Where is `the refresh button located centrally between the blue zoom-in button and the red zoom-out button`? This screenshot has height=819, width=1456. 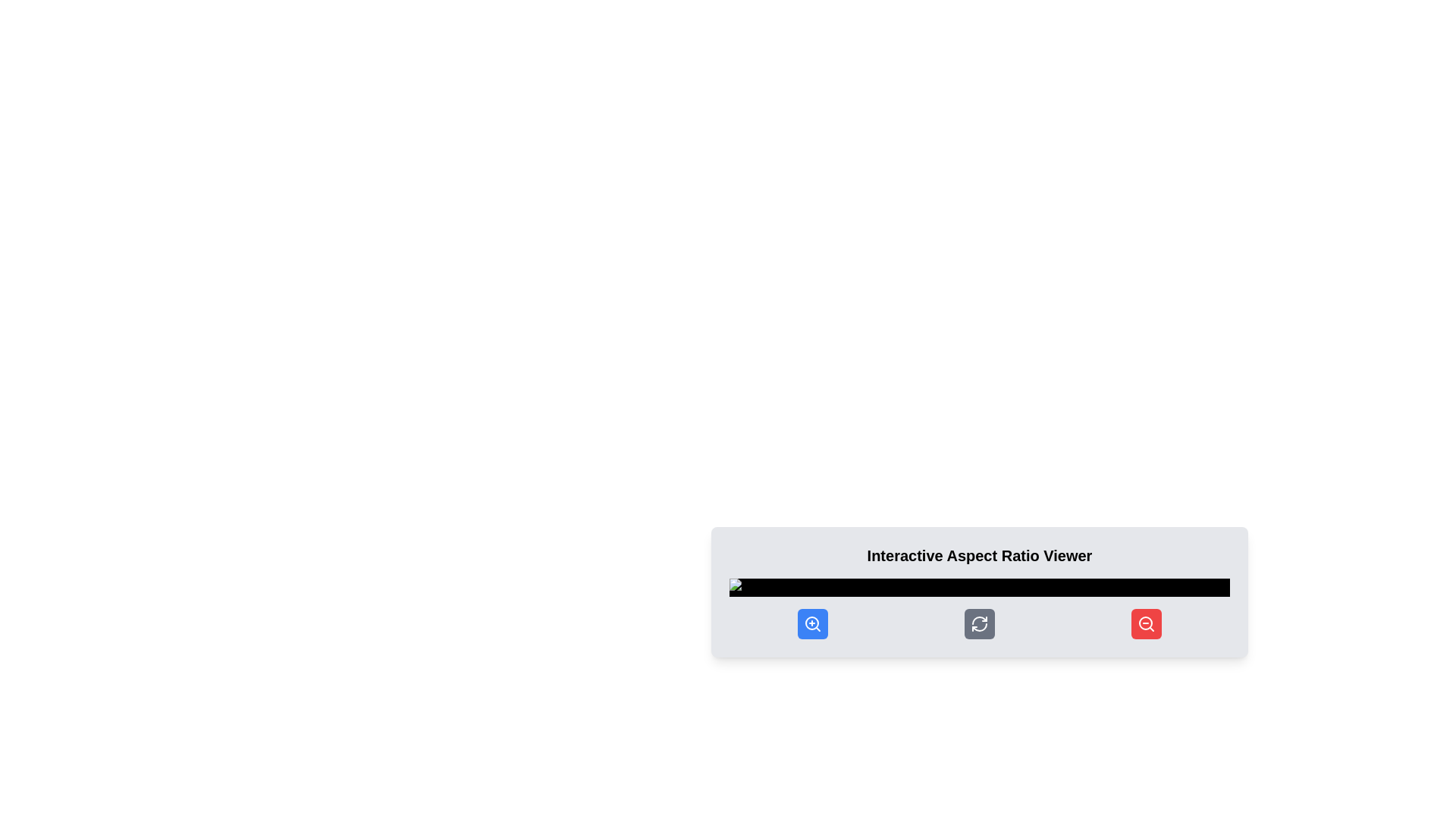
the refresh button located centrally between the blue zoom-in button and the red zoom-out button is located at coordinates (979, 623).